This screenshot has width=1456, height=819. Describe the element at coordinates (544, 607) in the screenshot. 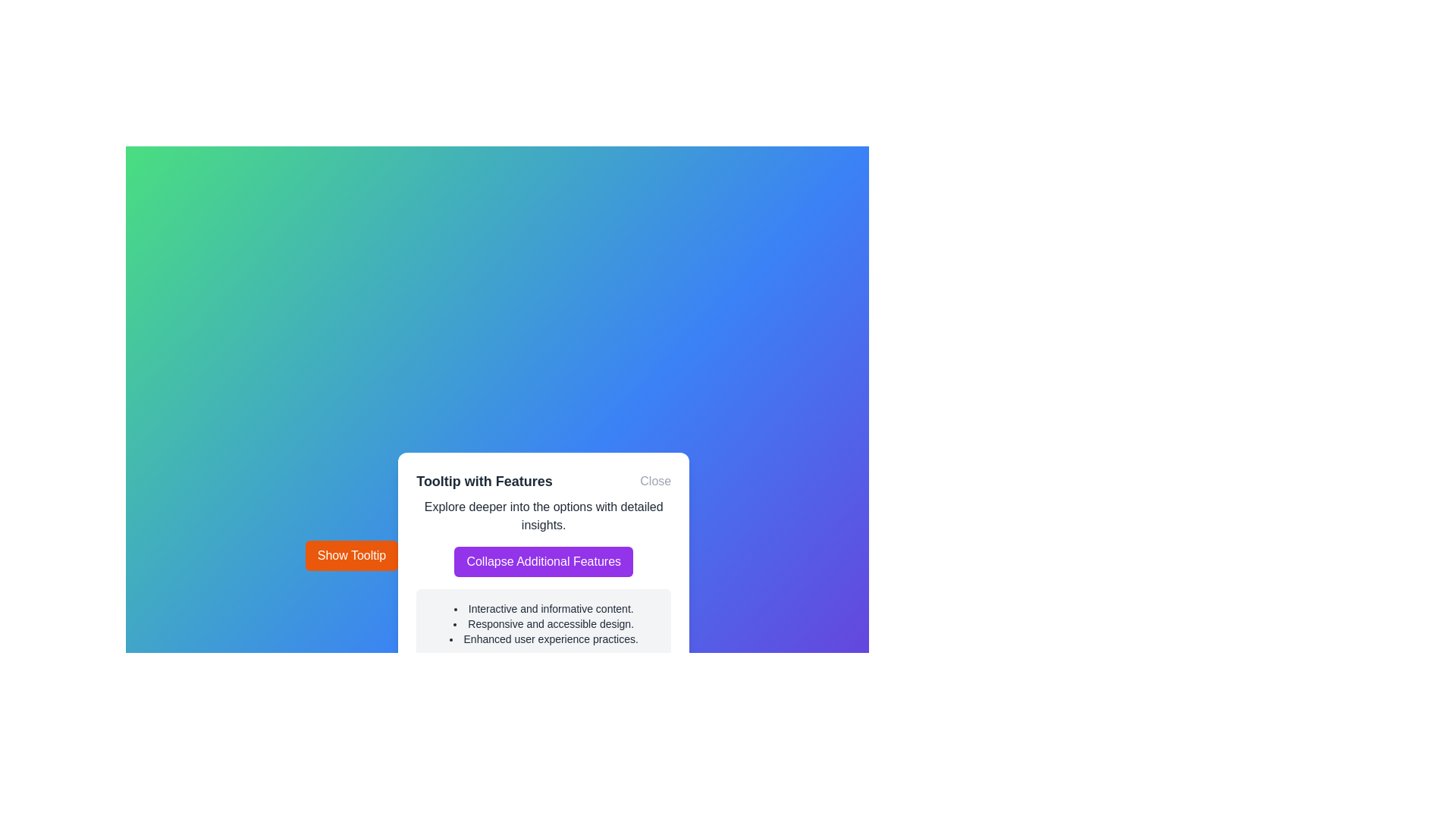

I see `the first Text List Item in the 'Tooltip with Features'` at that location.